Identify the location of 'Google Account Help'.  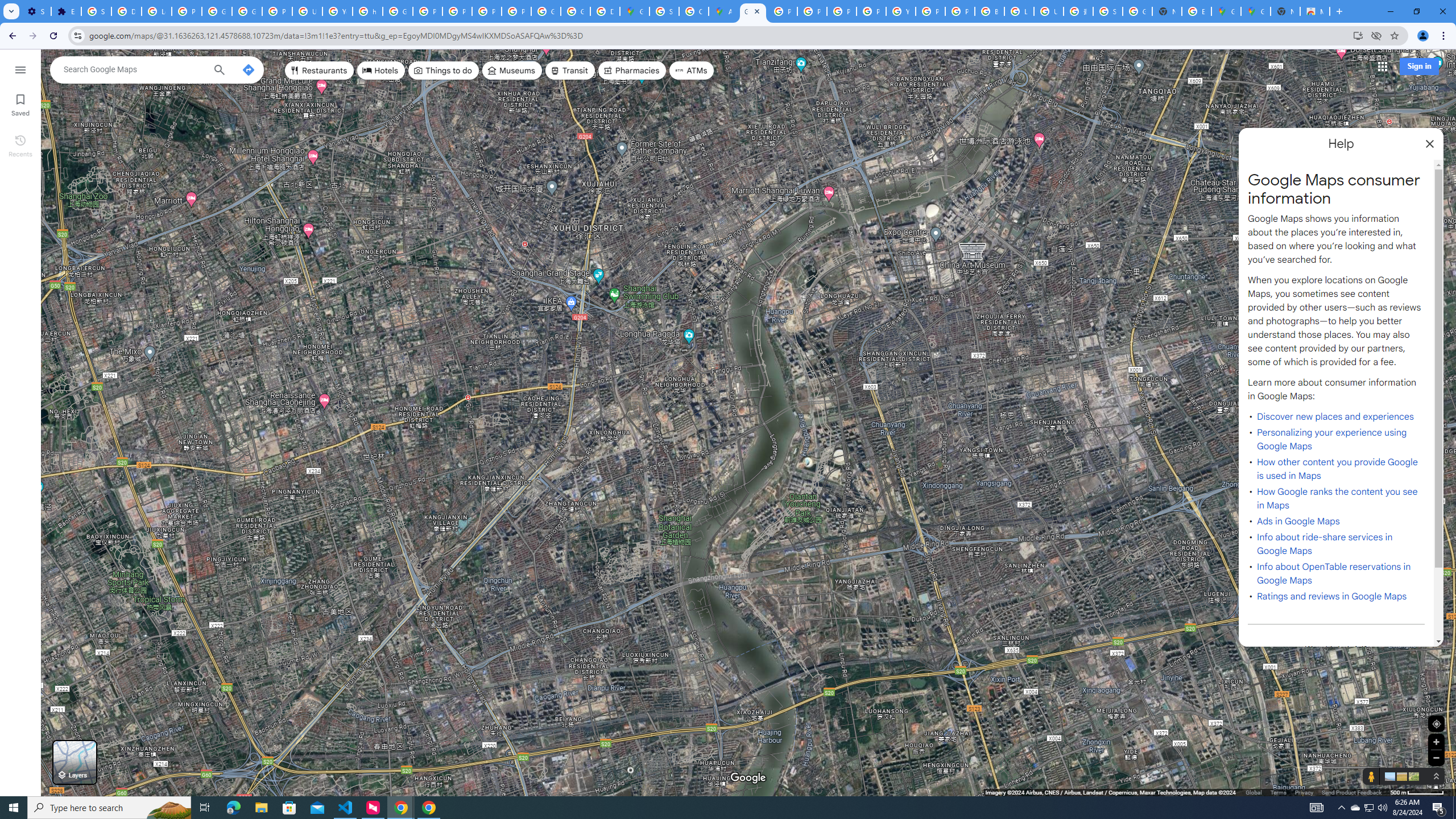
(216, 11).